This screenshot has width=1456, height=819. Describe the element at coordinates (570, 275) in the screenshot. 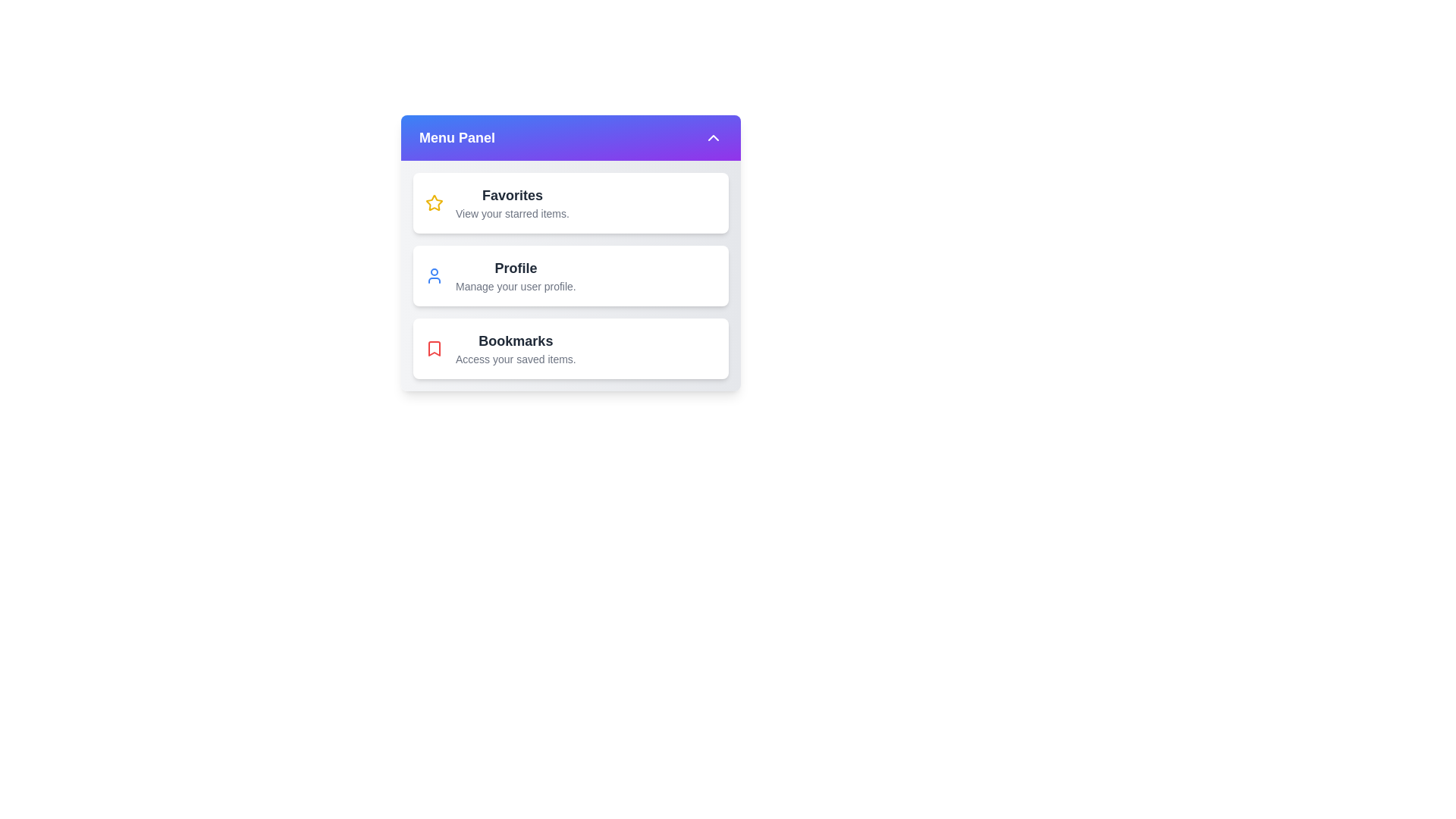

I see `the 'Profile' item in the menu` at that location.